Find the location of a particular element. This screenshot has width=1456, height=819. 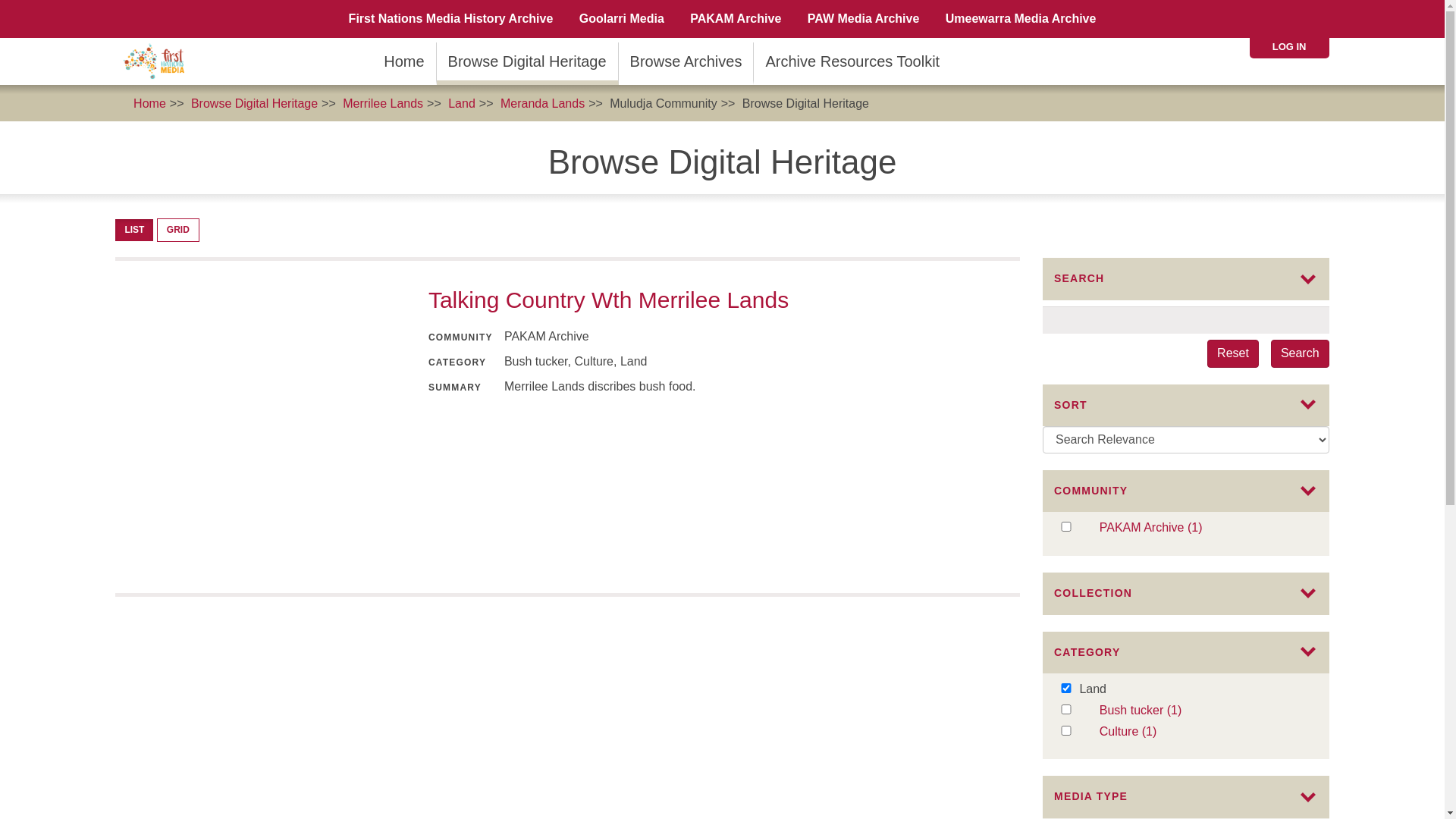

'Bush tucker (1) is located at coordinates (1099, 711).